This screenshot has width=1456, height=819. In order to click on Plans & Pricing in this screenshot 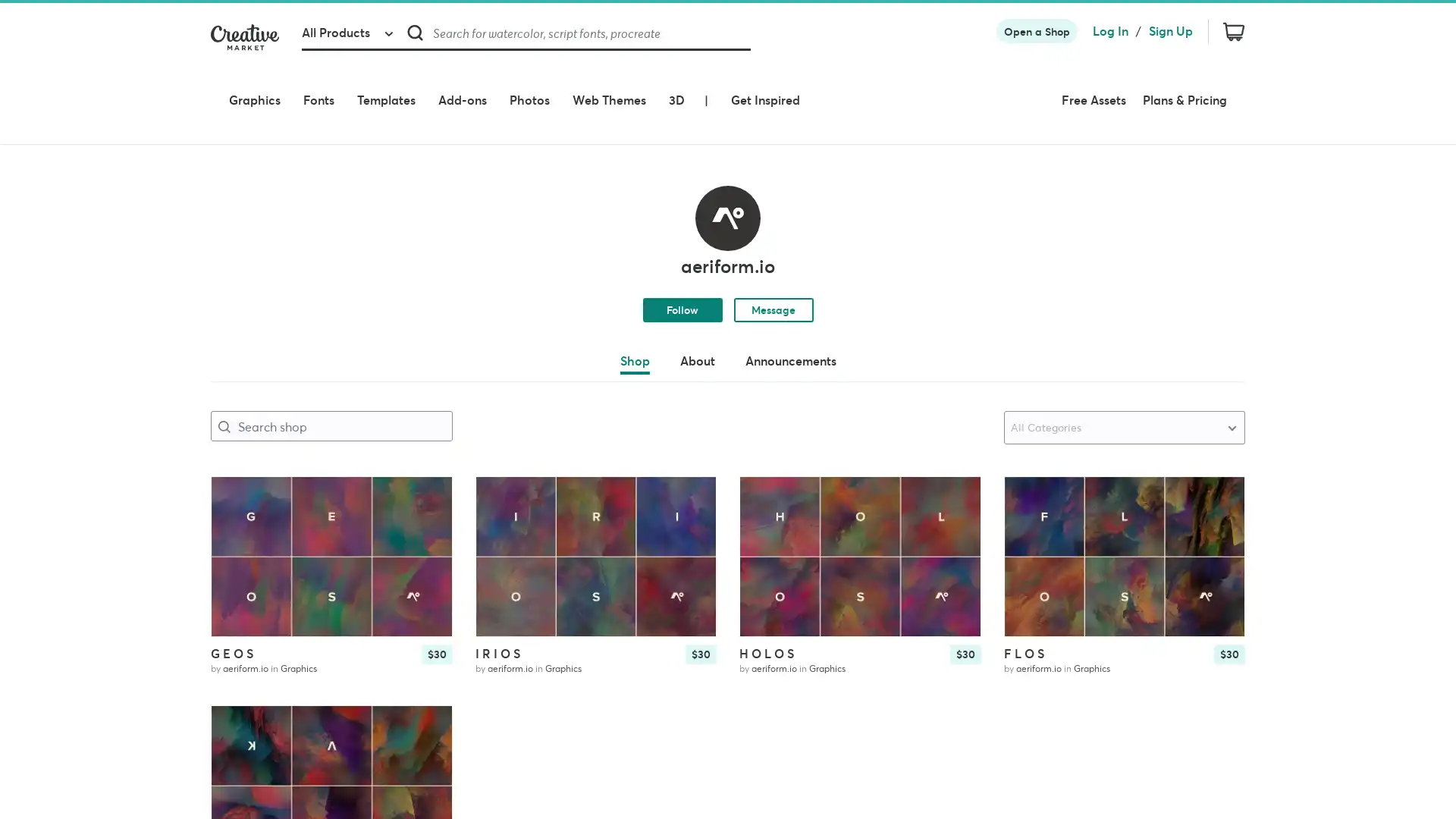, I will do `click(1202, 78)`.